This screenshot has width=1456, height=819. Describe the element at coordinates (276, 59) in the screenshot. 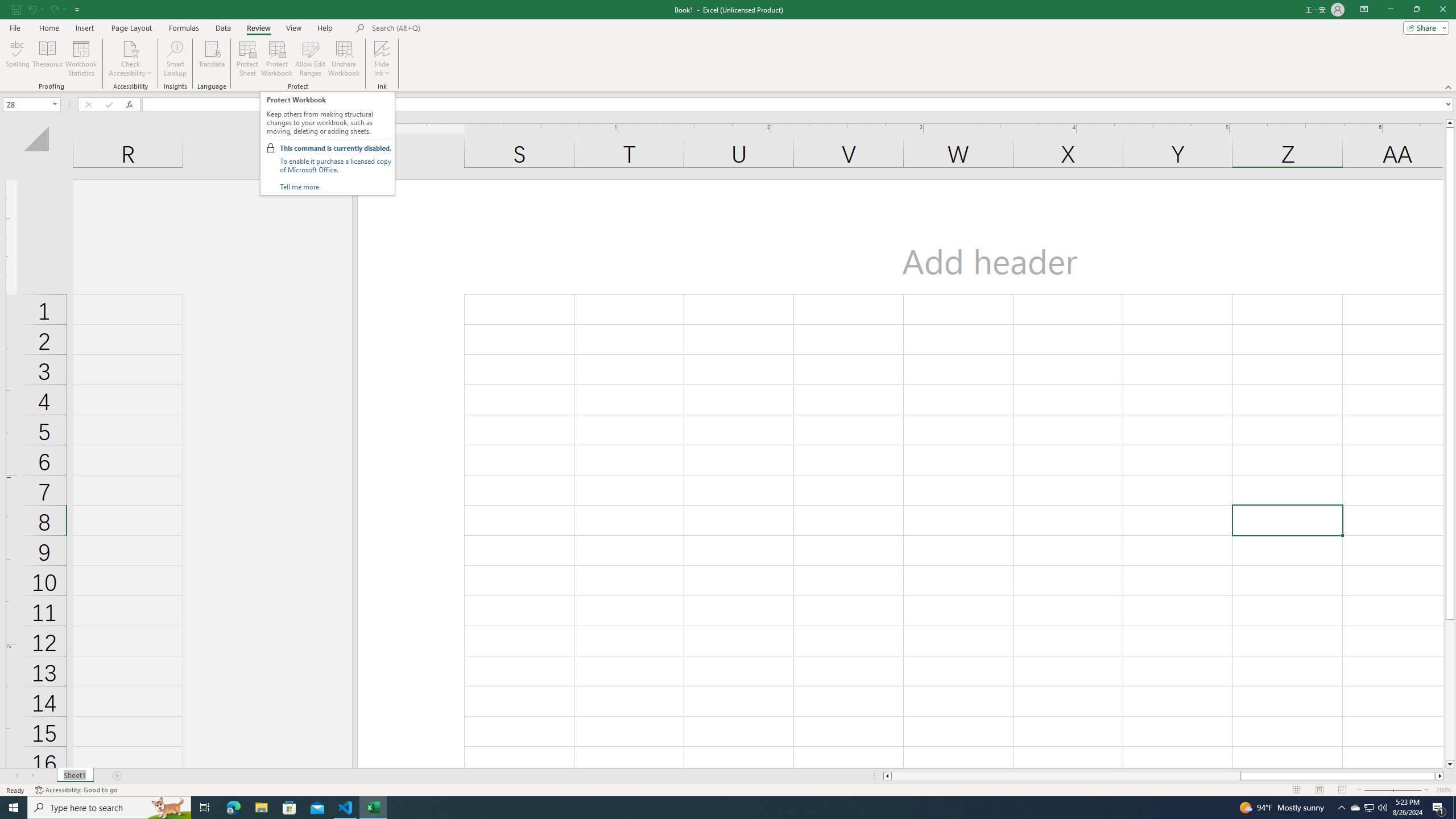

I see `'Protect Workbook...'` at that location.